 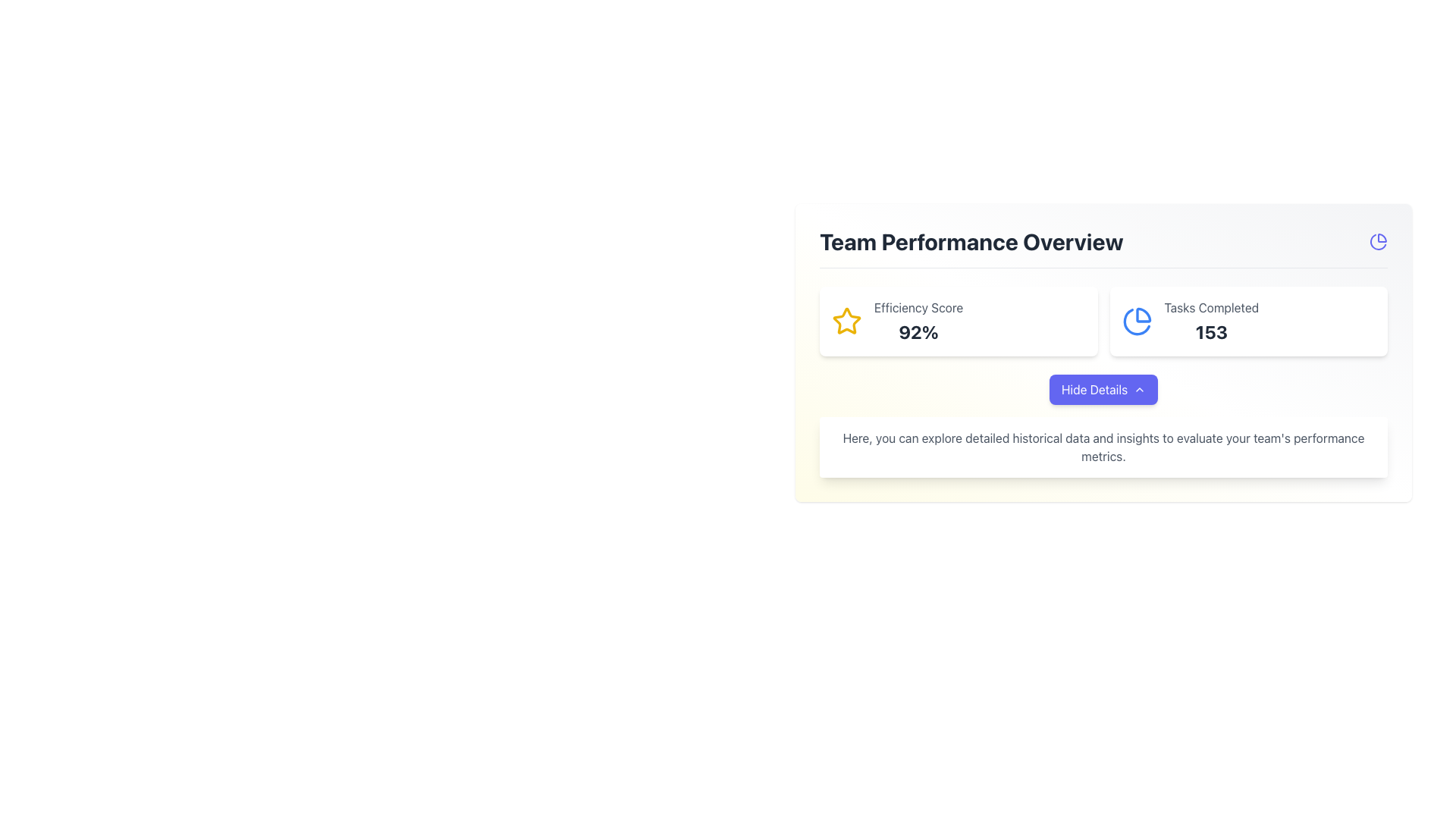 What do you see at coordinates (1140, 388) in the screenshot?
I see `the chevron icon located inside the 'Hide Details' button to trigger visual feedback` at bounding box center [1140, 388].